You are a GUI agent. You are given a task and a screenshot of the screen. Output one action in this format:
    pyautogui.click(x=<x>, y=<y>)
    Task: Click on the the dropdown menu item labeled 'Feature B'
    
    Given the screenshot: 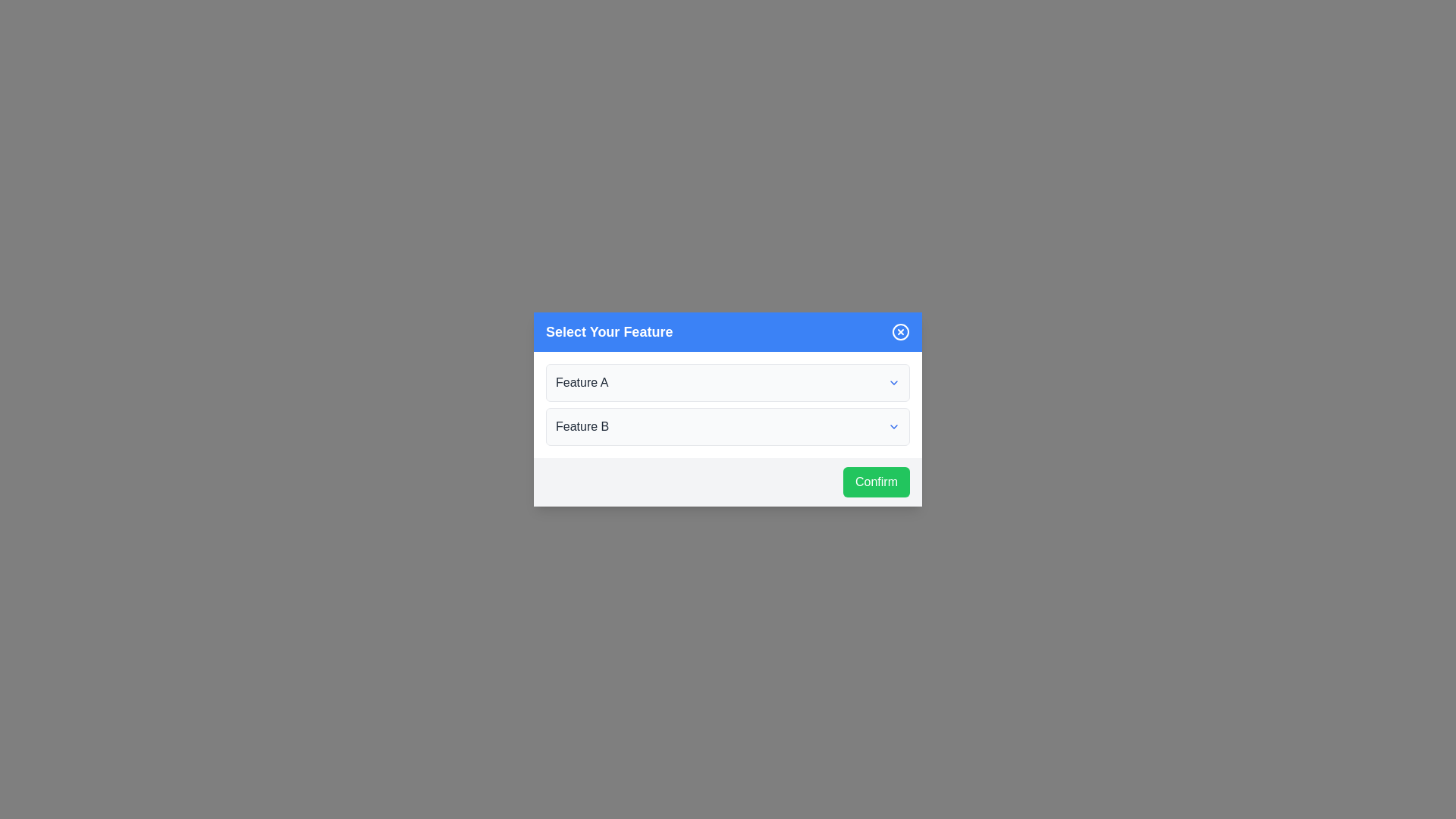 What is the action you would take?
    pyautogui.click(x=728, y=427)
    